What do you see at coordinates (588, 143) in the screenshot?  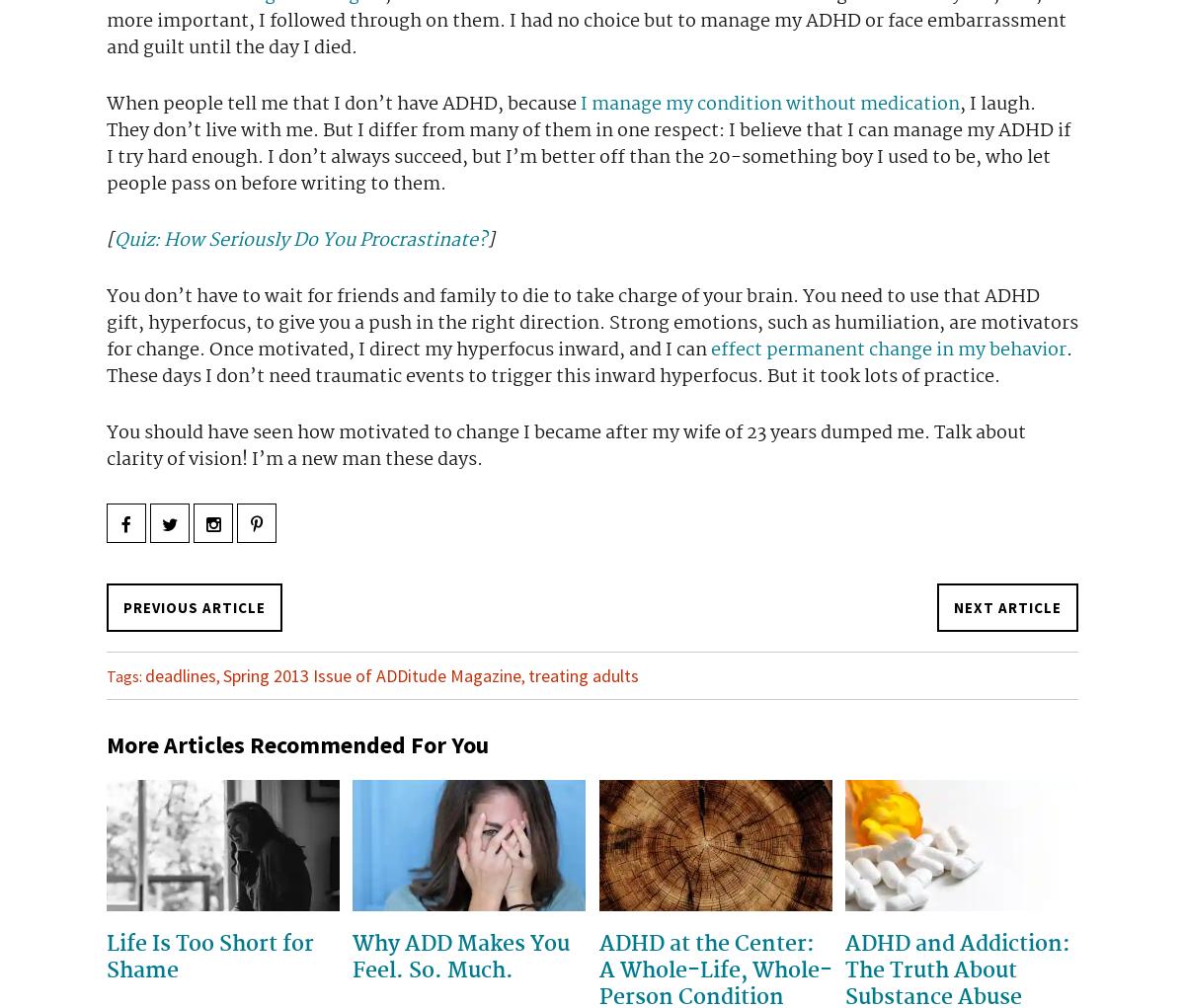 I see `', I laugh. They don’t live with me. But I differ from many of them in one respect: I believe that I can manage my ADHD if I try hard enough. I don’t always succeed, but I’m better off than the 20-something boy I used to be, who let people pass on before writing to them.'` at bounding box center [588, 143].